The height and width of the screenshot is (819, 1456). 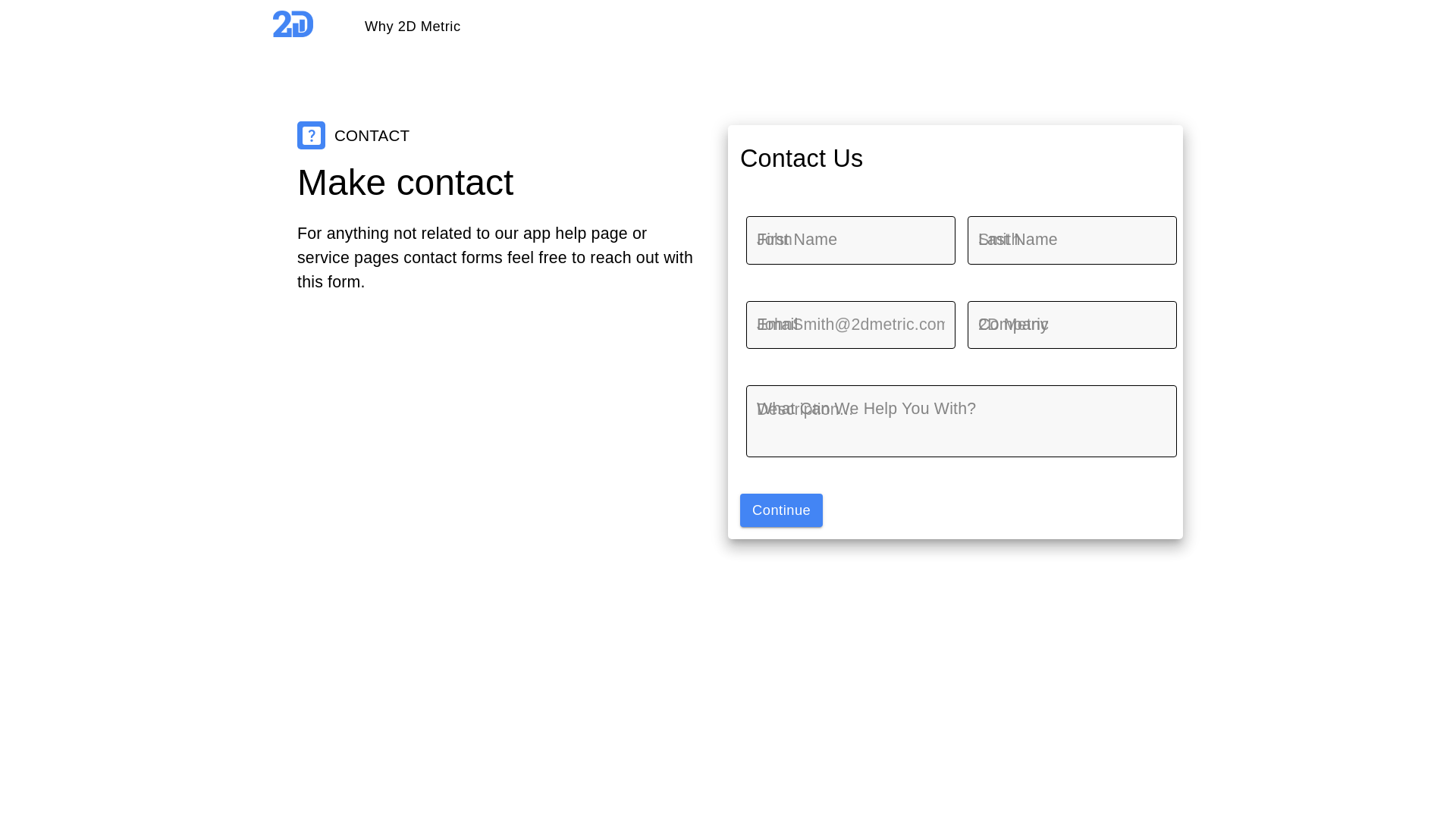 I want to click on 'Continue', so click(x=781, y=510).